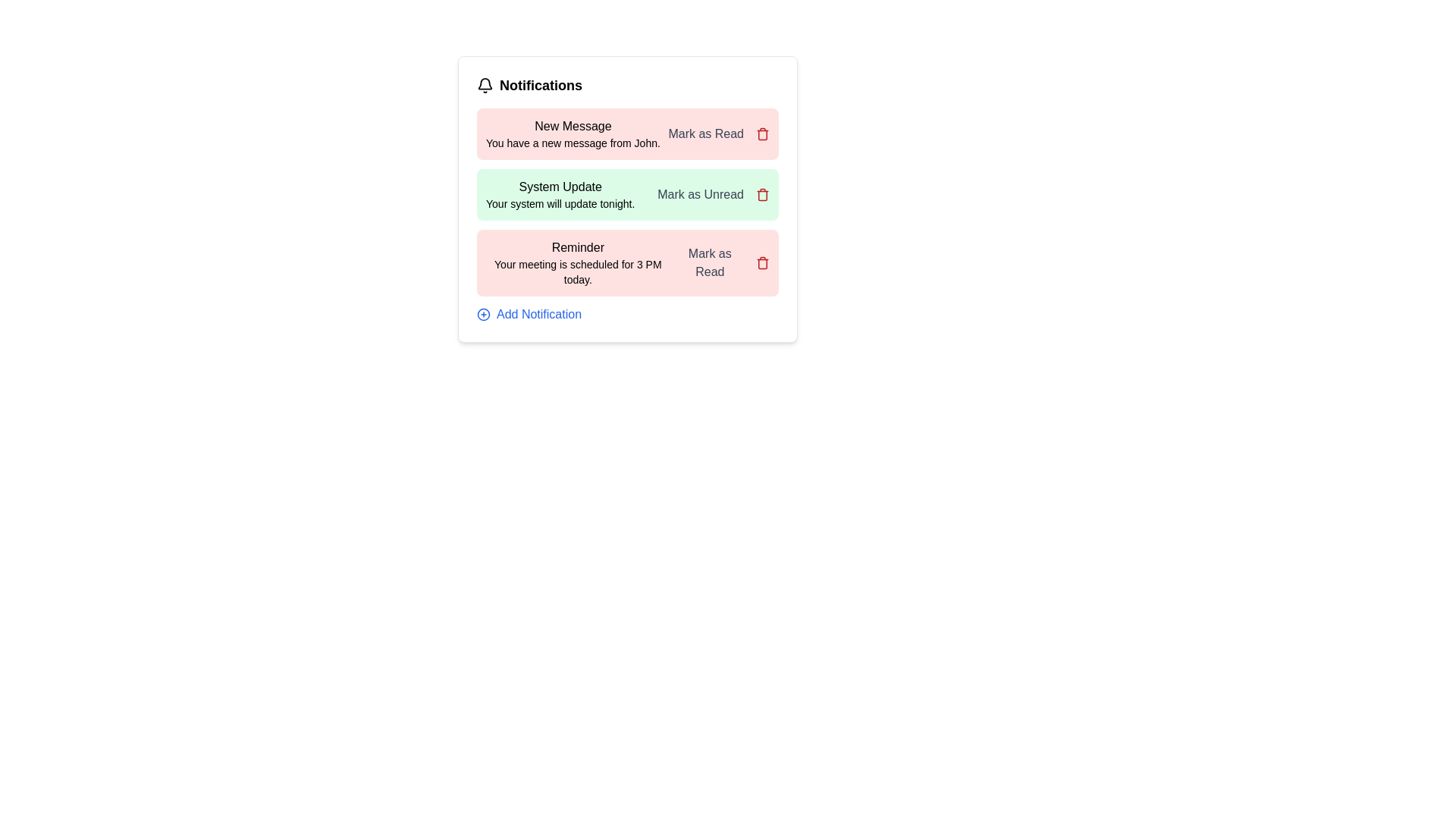 The image size is (1456, 819). What do you see at coordinates (529, 314) in the screenshot?
I see `the 'Add Notification' button` at bounding box center [529, 314].